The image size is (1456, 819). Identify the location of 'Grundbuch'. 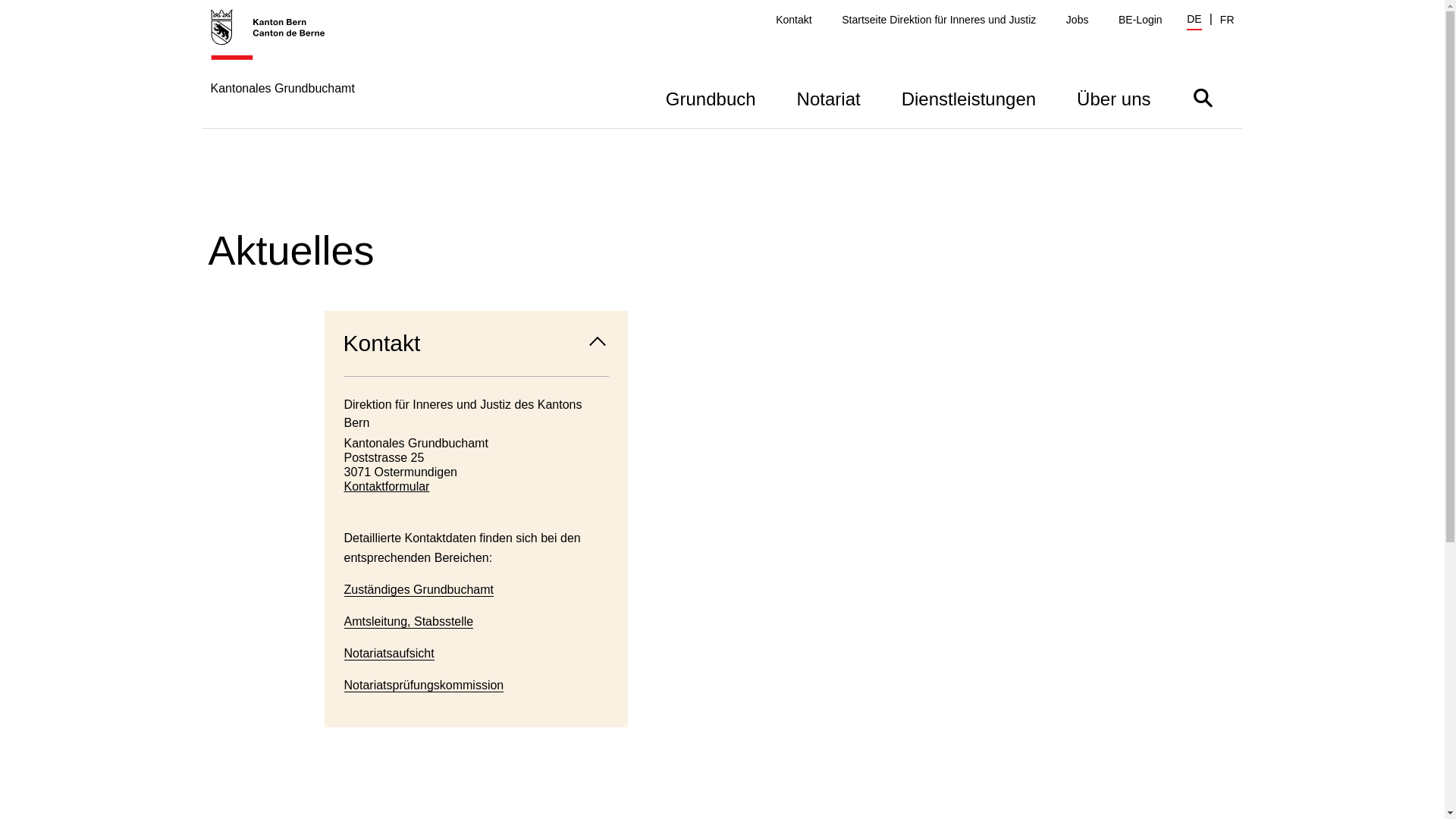
(710, 97).